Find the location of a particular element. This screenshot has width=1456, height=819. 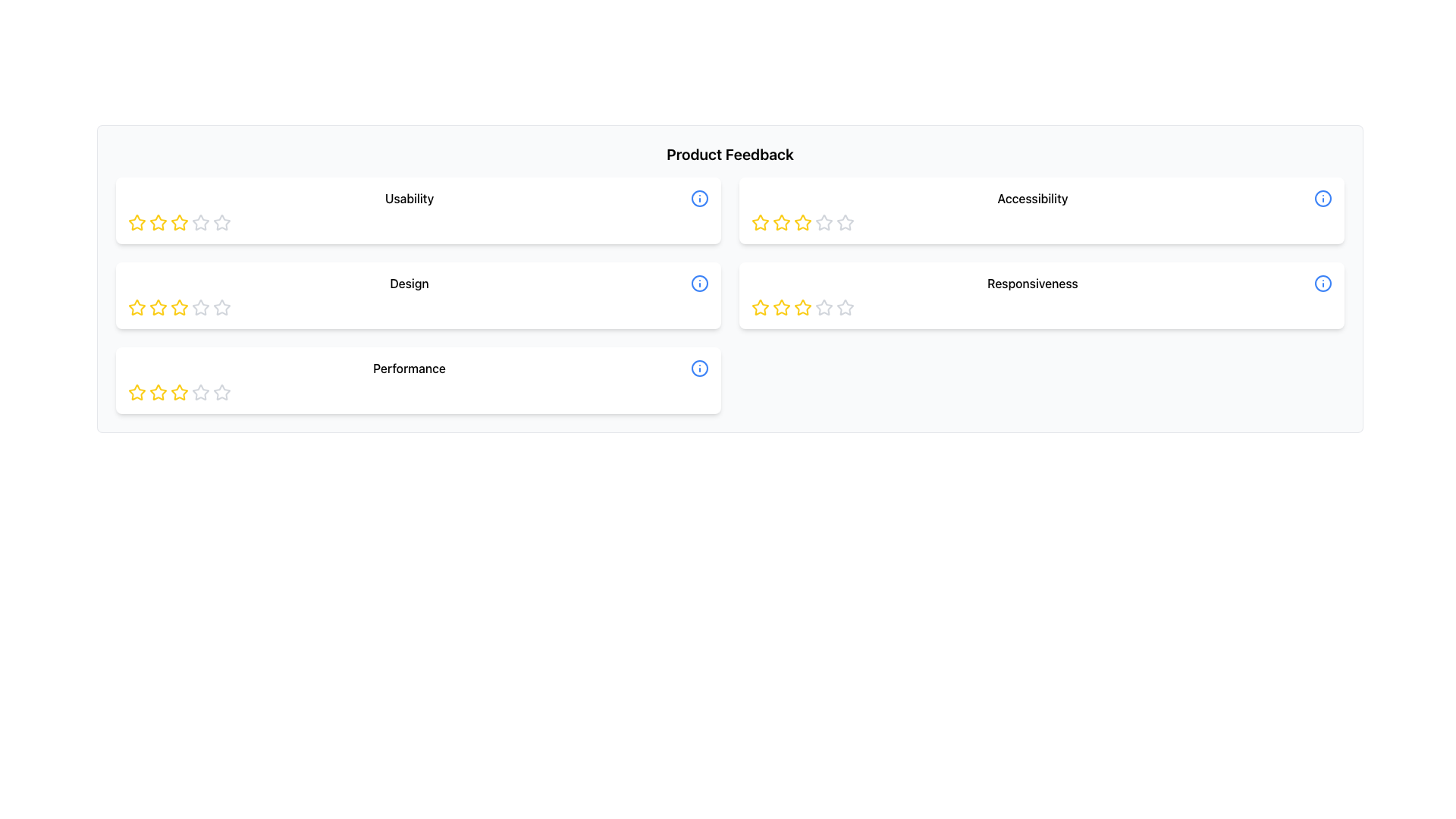

the second star icon with a yellow border and white fill under the 'Responsiveness' header to assign a rating of 2 is located at coordinates (801, 307).